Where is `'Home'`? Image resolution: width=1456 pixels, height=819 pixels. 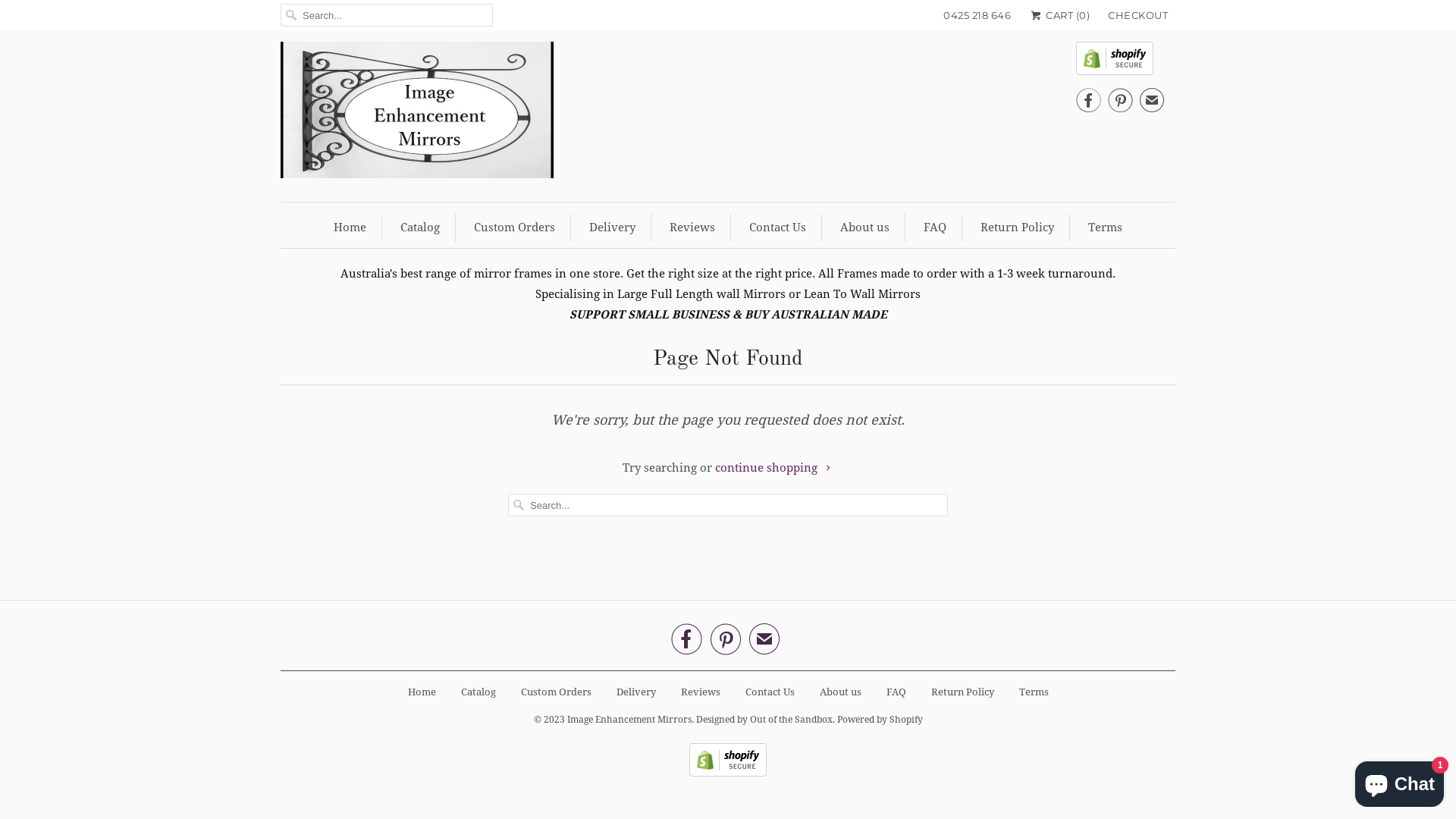
'Home' is located at coordinates (333, 227).